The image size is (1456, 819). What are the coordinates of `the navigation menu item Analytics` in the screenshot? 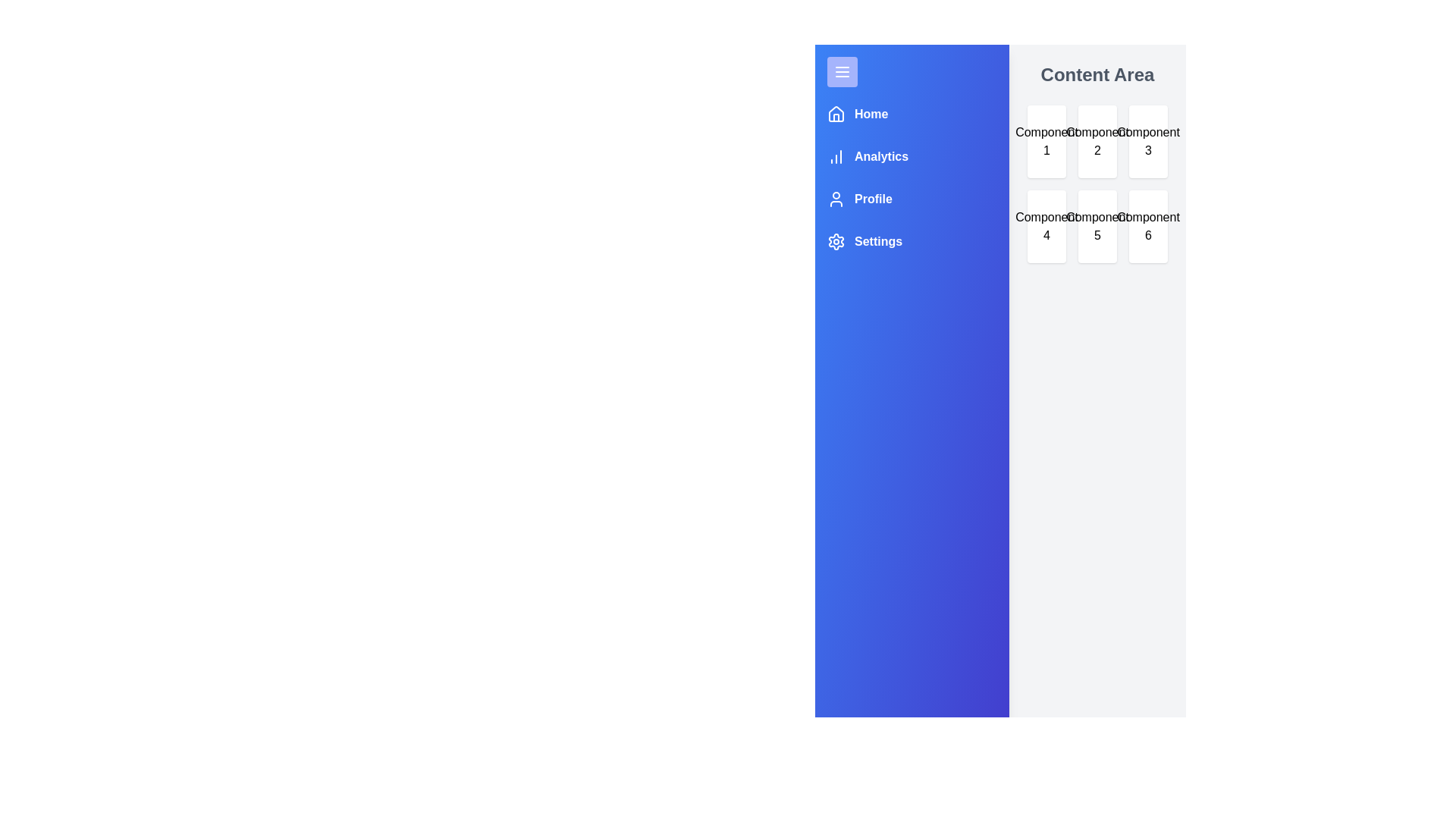 It's located at (868, 157).